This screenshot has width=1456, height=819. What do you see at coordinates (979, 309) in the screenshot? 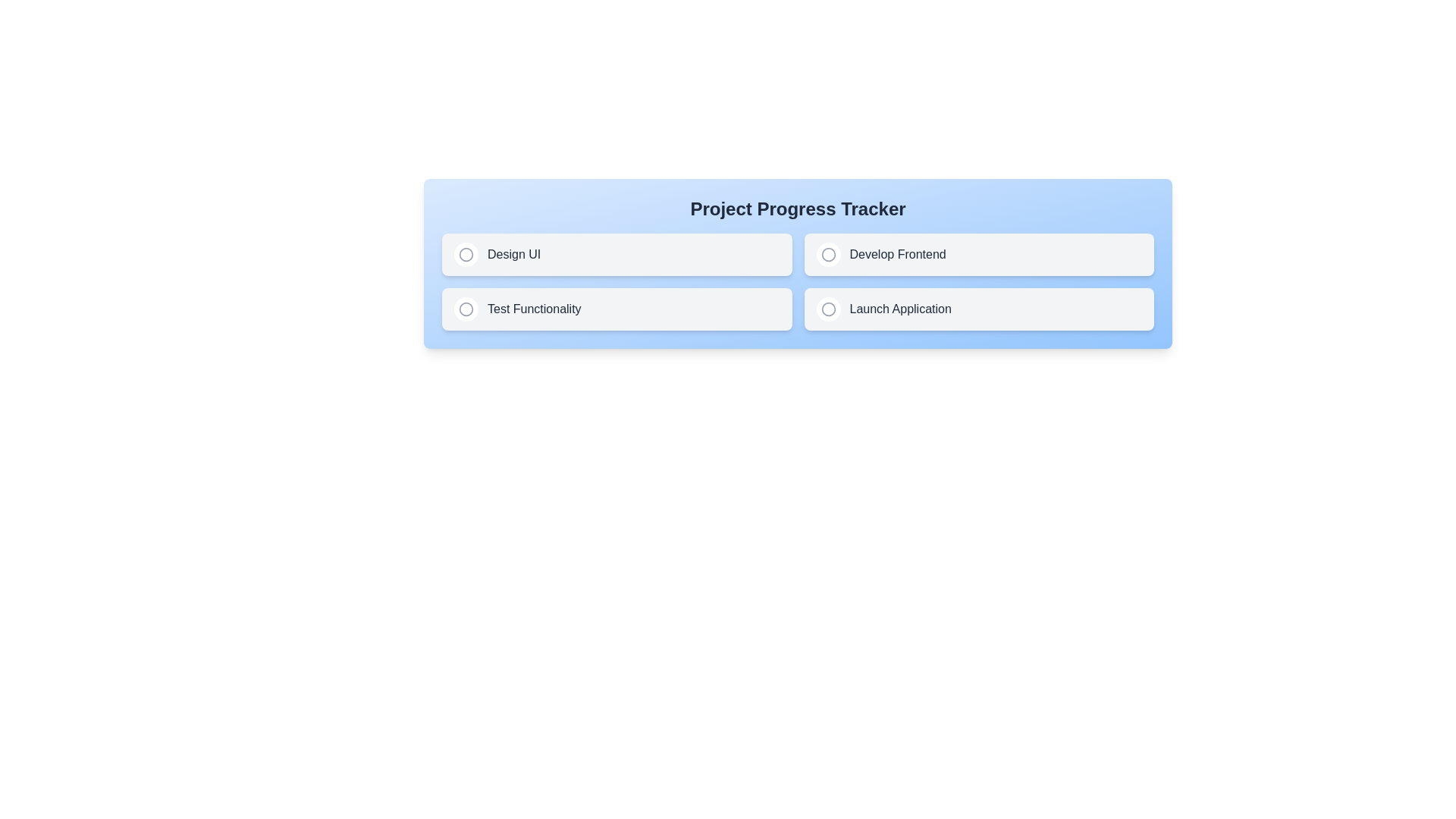
I see `the task chip labeled 'Launch Application' to toggle its completion state` at bounding box center [979, 309].